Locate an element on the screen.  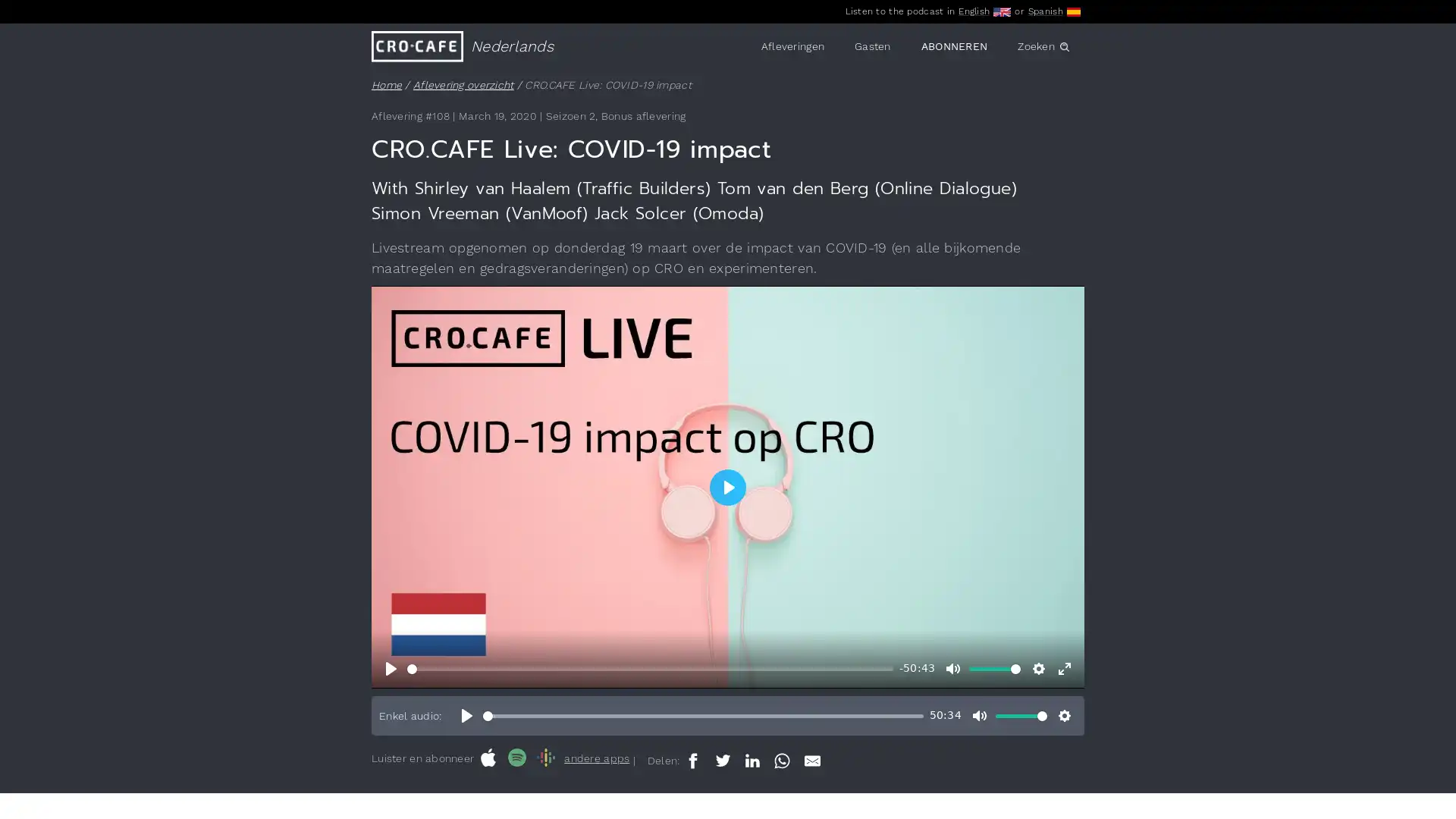
Mute is located at coordinates (979, 716).